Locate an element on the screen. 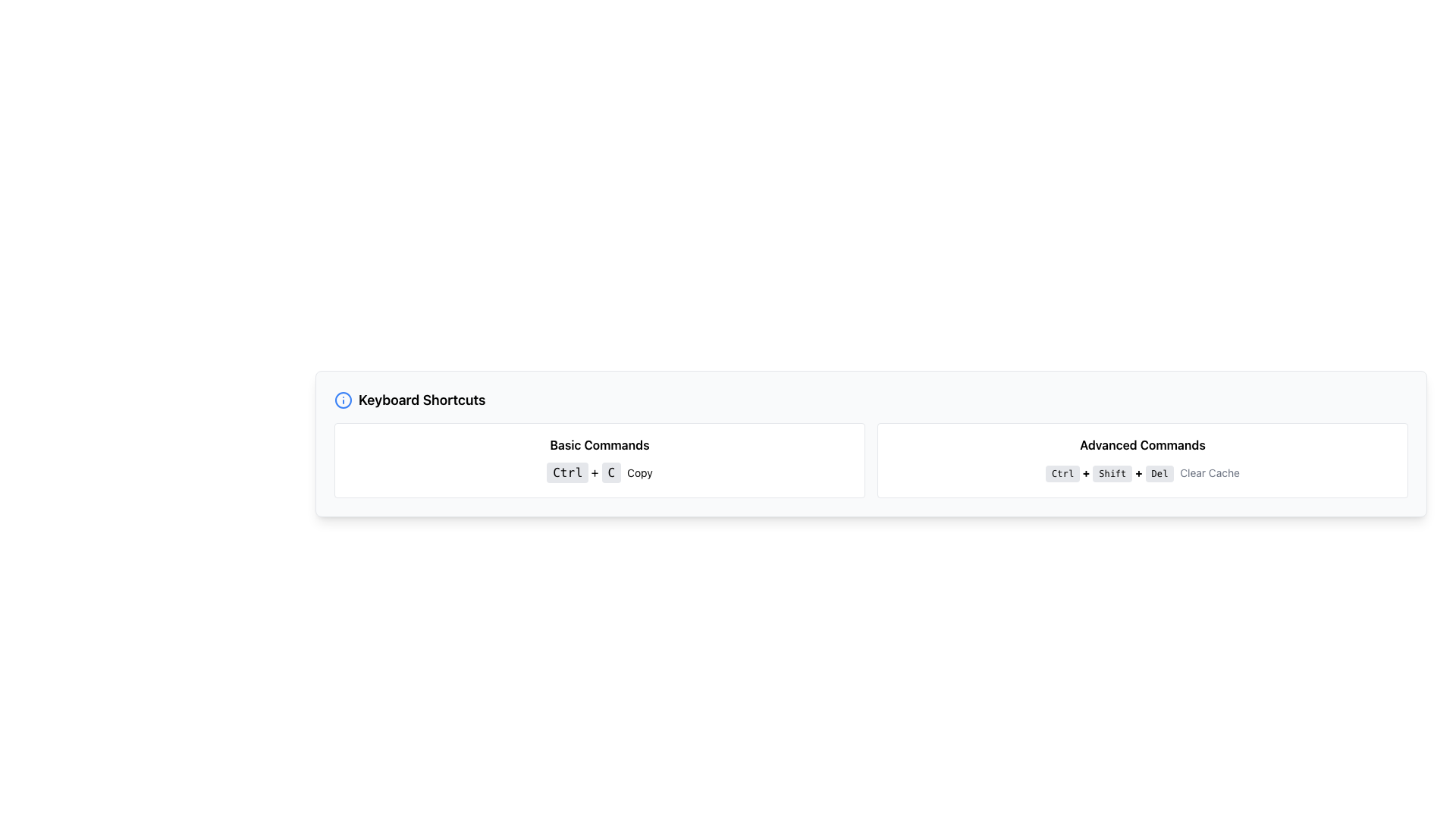  the text label that serves as a heading for the section detailing basic keyboard commands, located at the top center of the left panel above the list of keyboard shortcuts is located at coordinates (599, 444).